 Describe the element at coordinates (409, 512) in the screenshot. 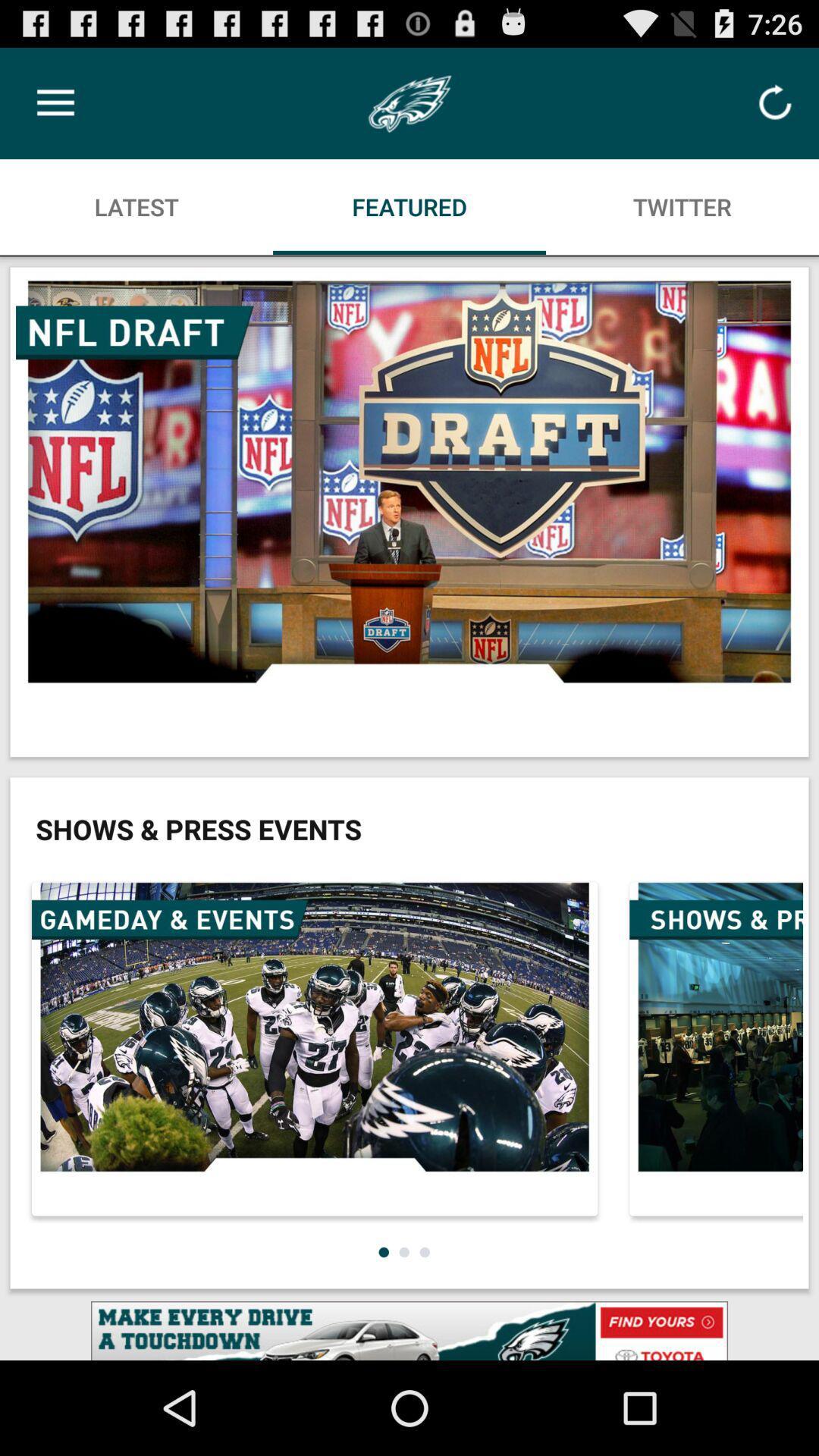

I see `the first image` at that location.